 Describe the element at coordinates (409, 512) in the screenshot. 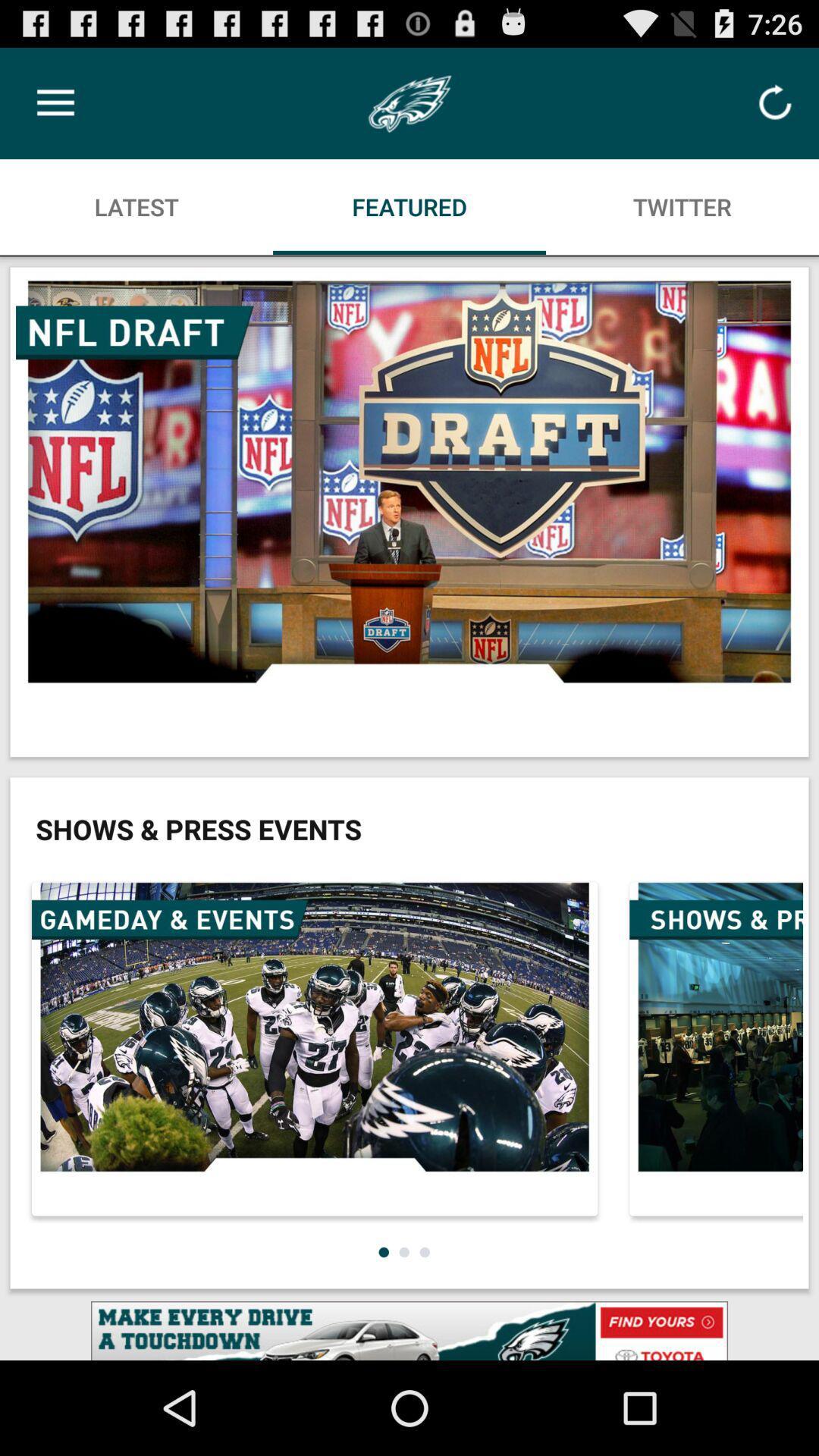

I see `the first image` at that location.